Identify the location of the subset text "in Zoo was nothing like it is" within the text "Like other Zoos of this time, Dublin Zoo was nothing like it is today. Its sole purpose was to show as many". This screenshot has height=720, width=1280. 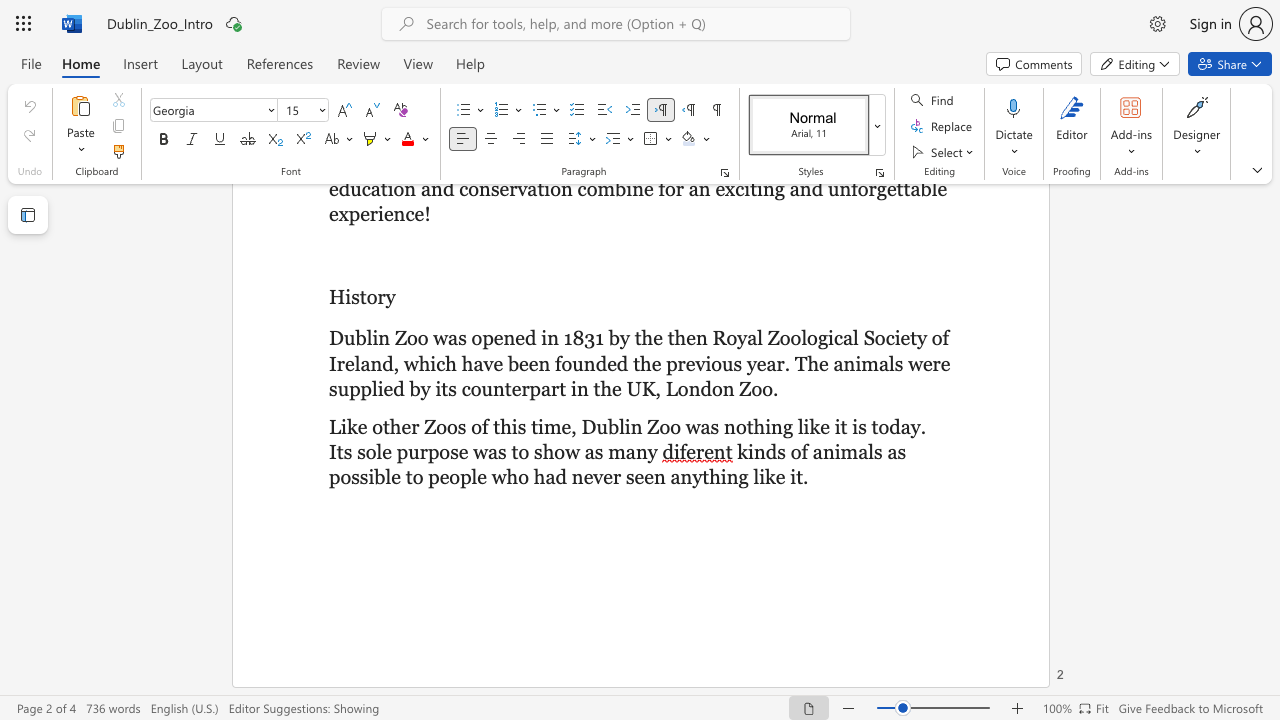
(623, 425).